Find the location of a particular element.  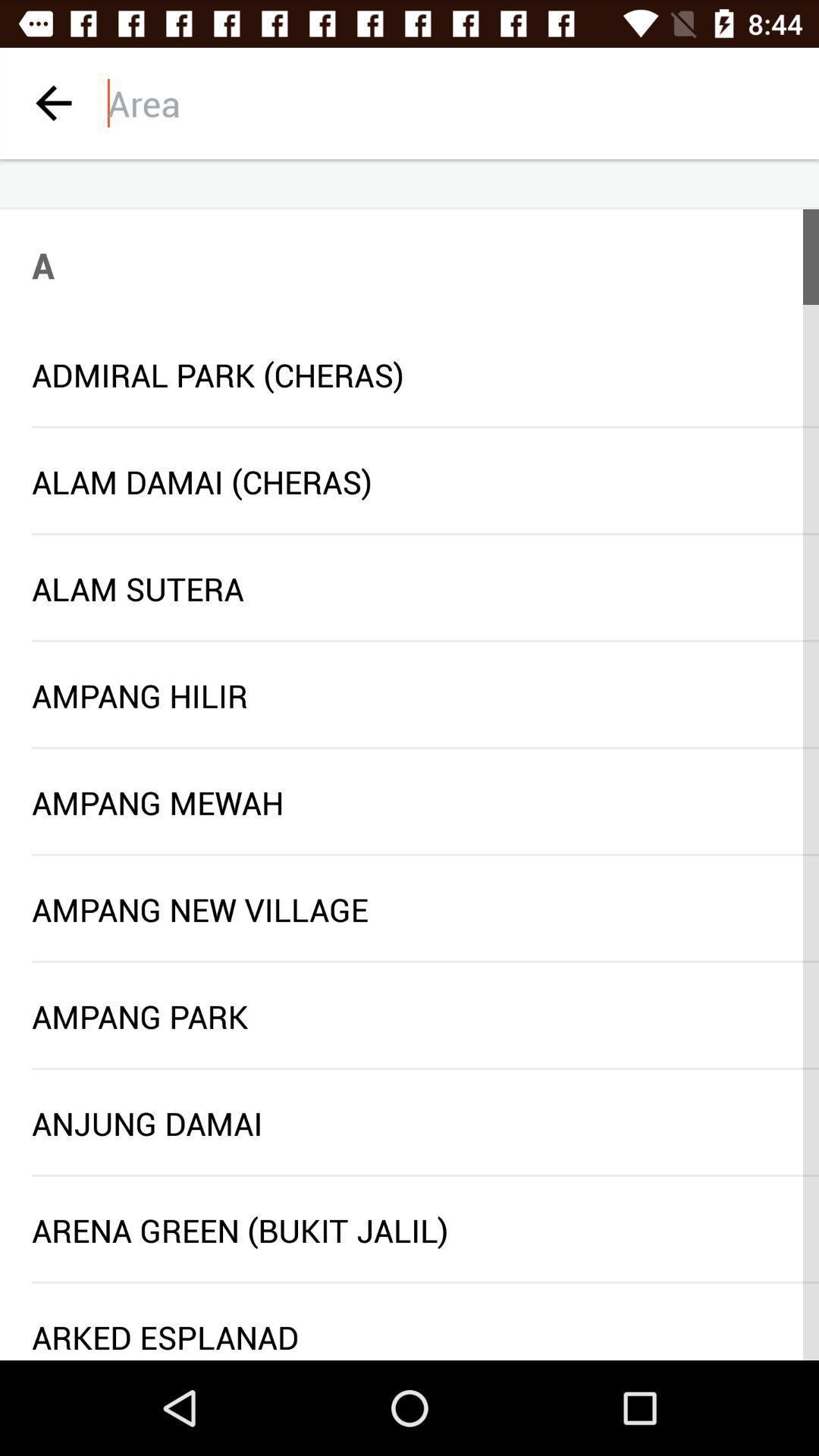

the icon above arked esplanad icon is located at coordinates (425, 1282).